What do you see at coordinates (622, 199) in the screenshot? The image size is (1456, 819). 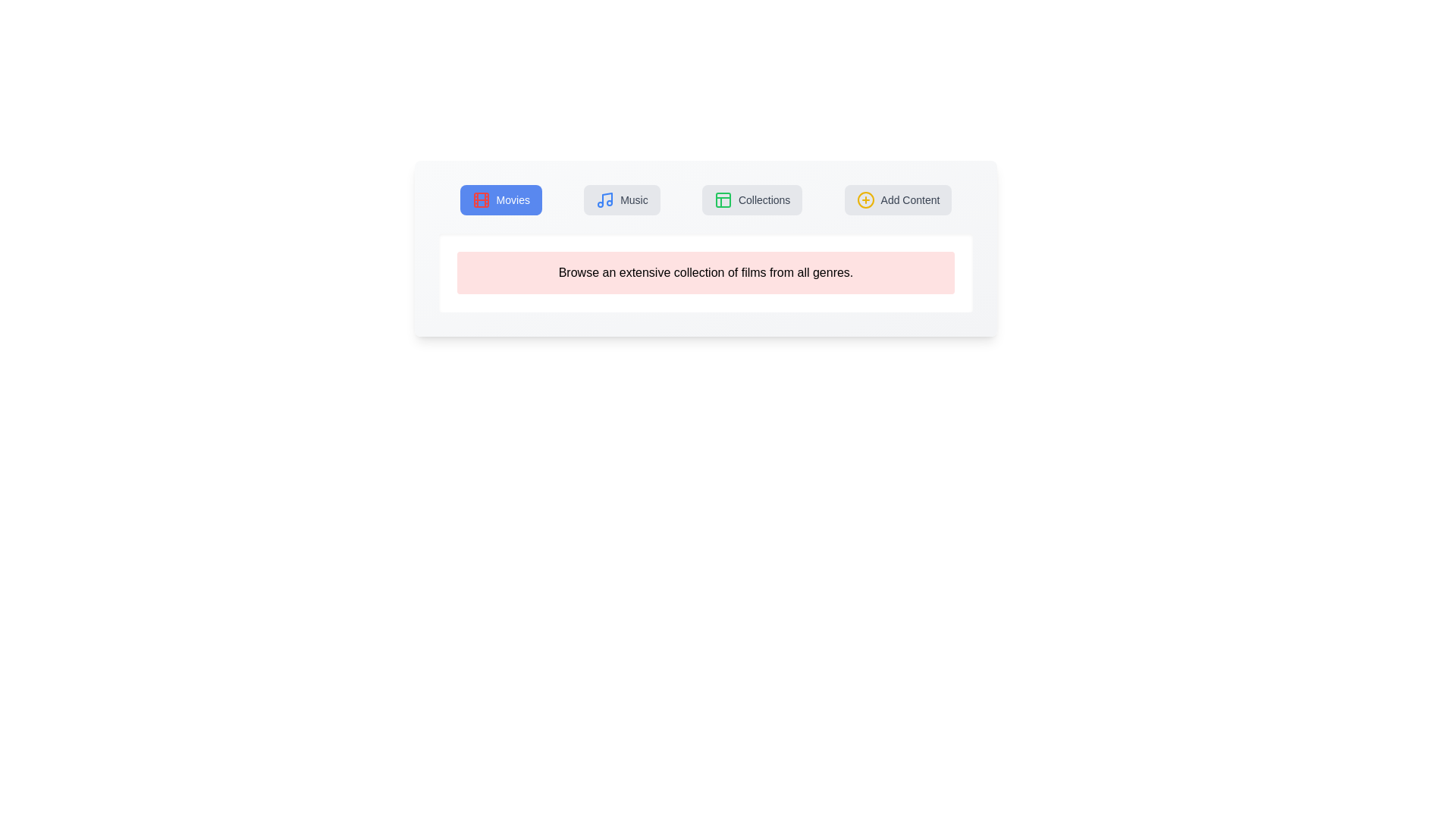 I see `the tab labeled Music to navigate to its corresponding section` at bounding box center [622, 199].